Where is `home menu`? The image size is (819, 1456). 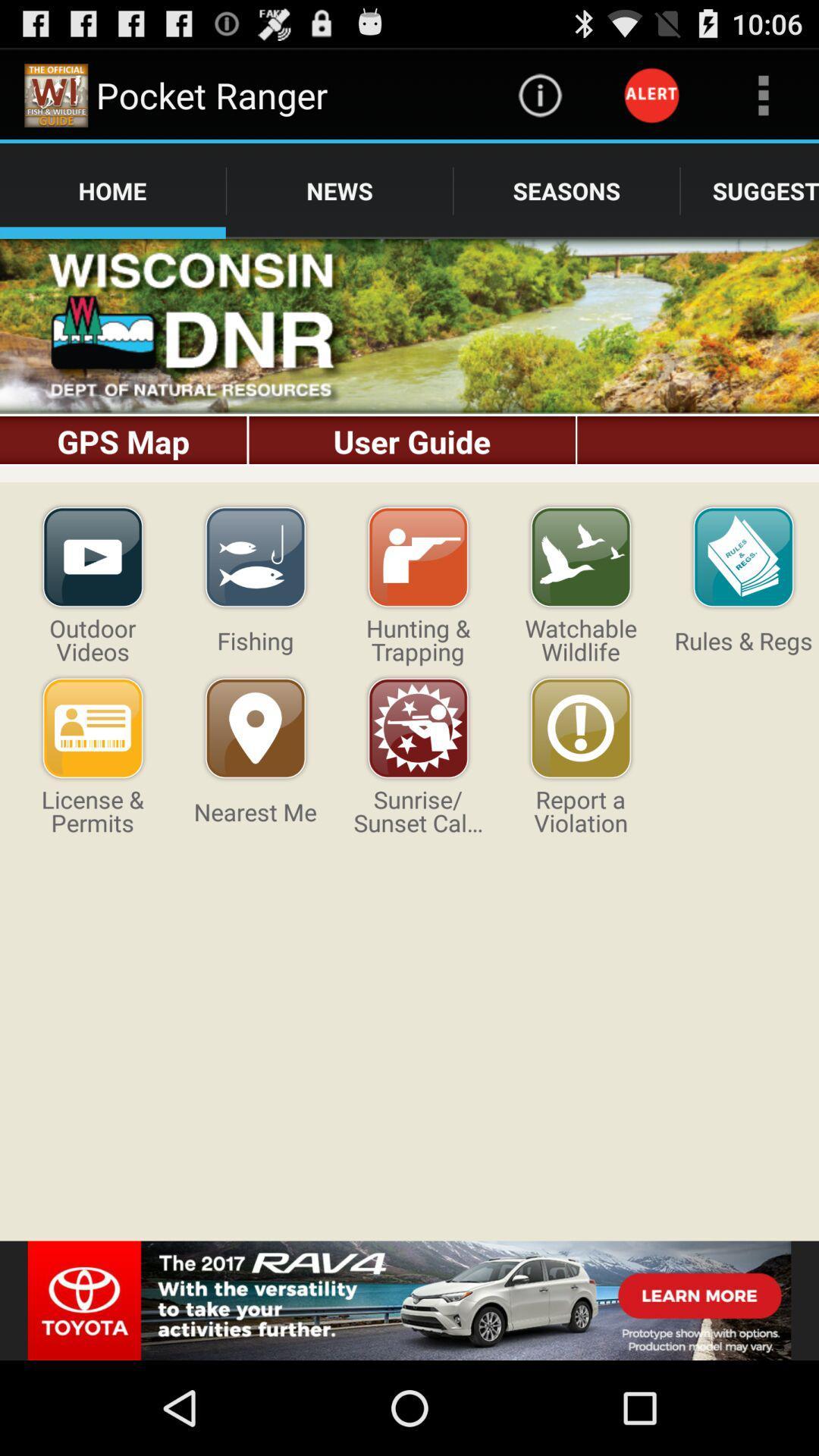 home menu is located at coordinates (409, 359).